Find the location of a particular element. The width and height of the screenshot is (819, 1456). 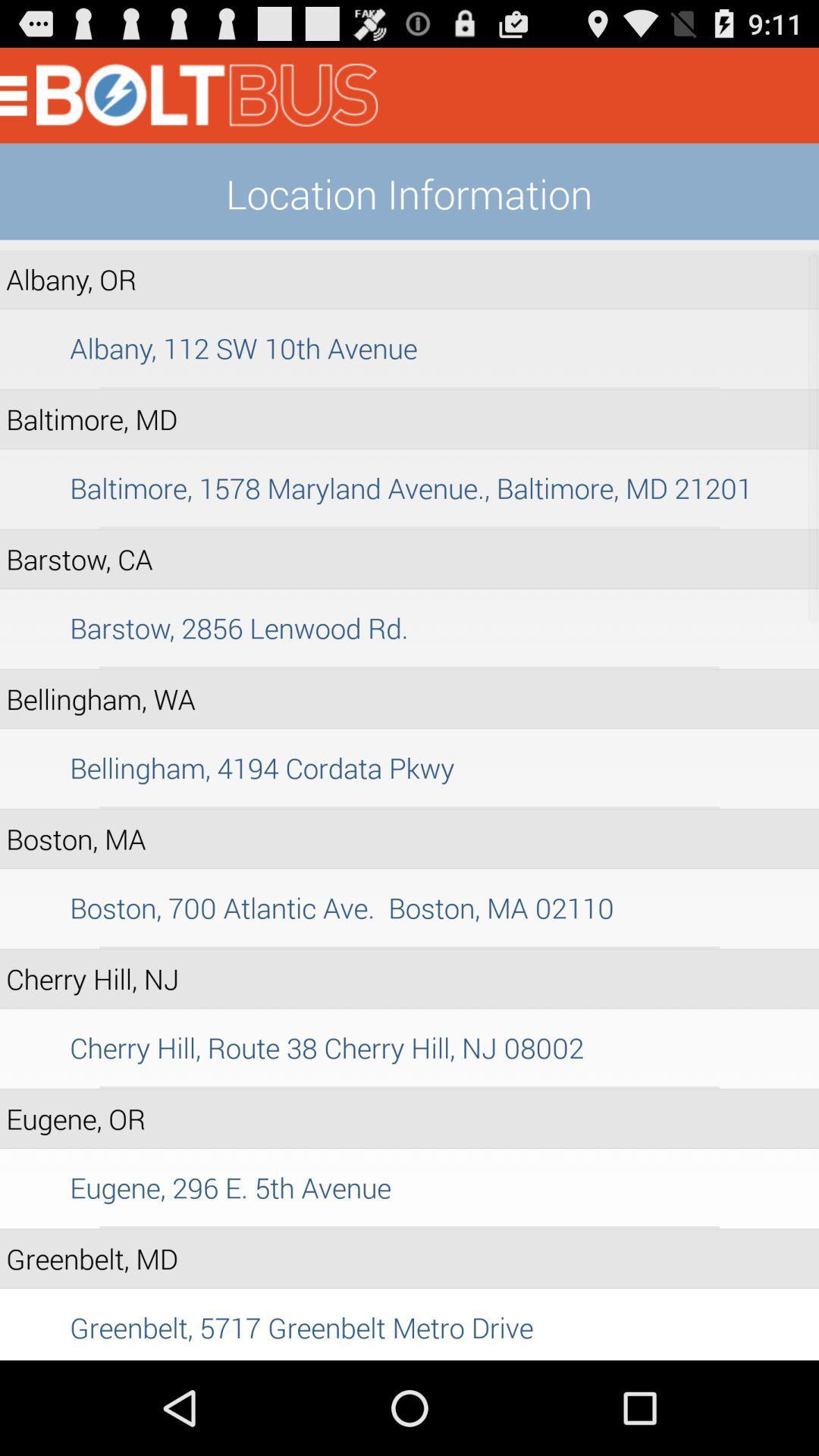

the item below the baltimore 1578 maryland item is located at coordinates (409, 528).